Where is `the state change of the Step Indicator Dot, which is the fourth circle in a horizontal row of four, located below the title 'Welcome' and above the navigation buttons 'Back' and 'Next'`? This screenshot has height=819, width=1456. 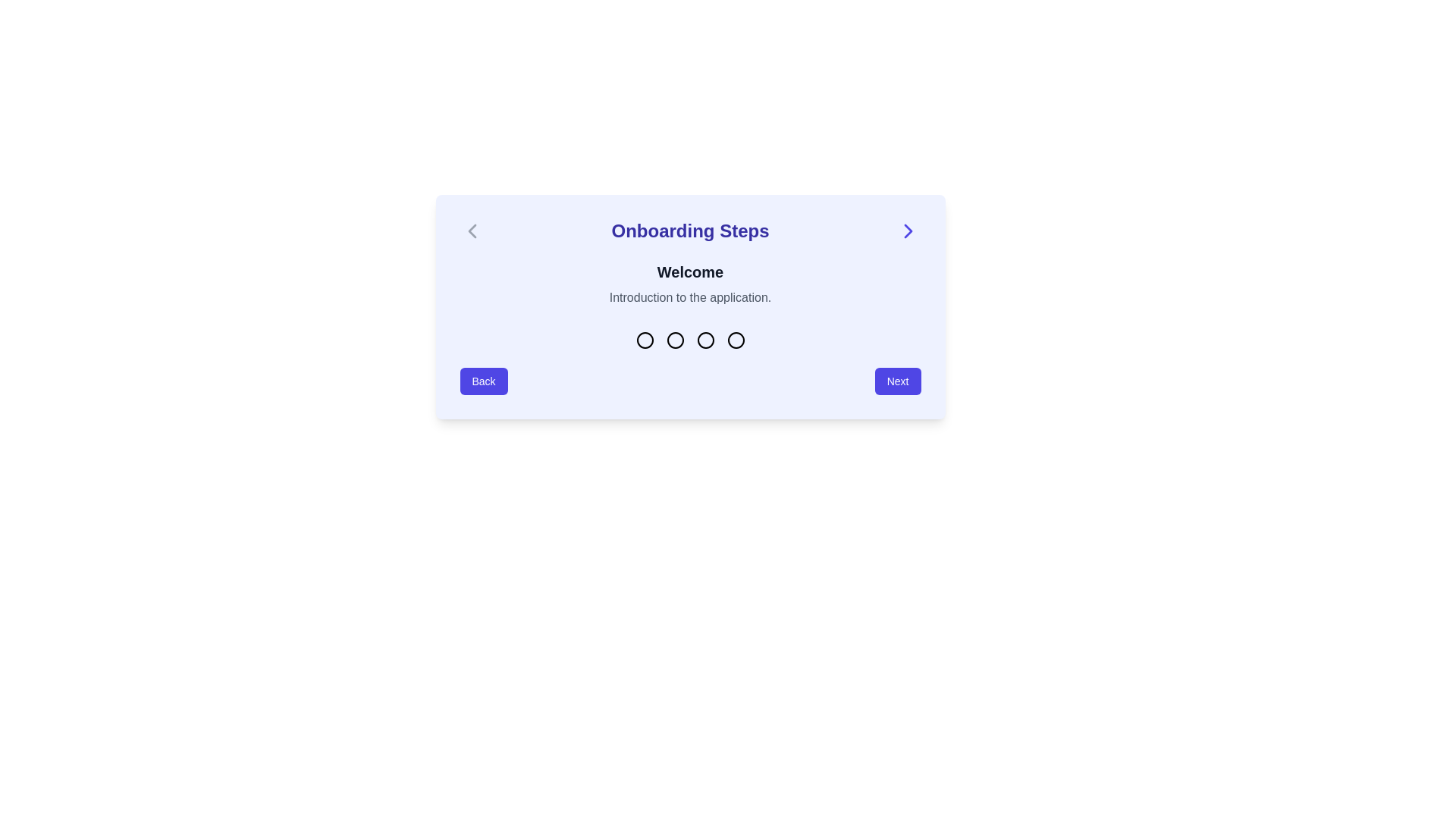
the state change of the Step Indicator Dot, which is the fourth circle in a horizontal row of four, located below the title 'Welcome' and above the navigation buttons 'Back' and 'Next' is located at coordinates (736, 339).